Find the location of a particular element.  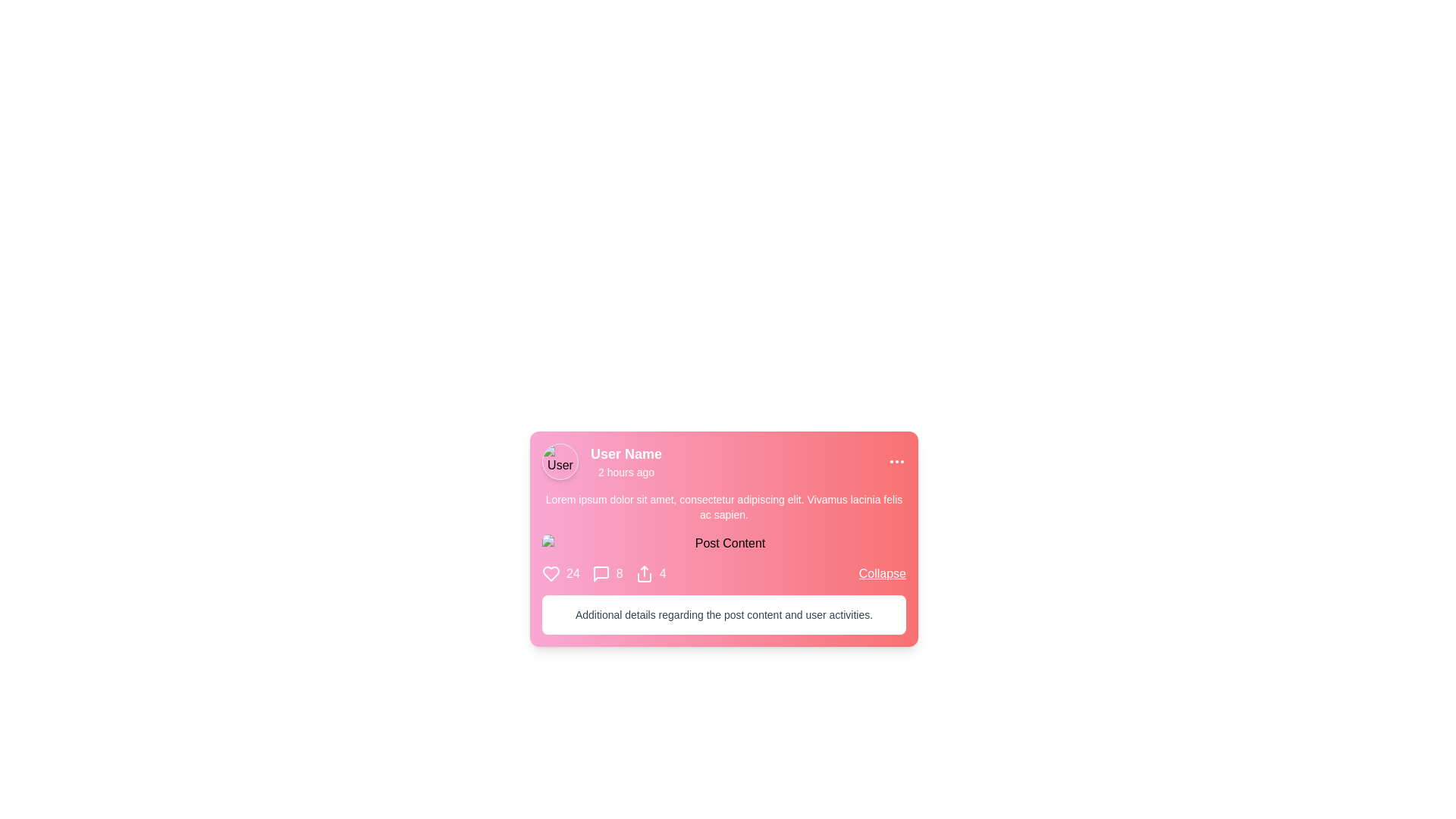

the centrally aligned informational text within the white rounded box at the bottom of the card, which provides context about the post content and user activities is located at coordinates (723, 614).